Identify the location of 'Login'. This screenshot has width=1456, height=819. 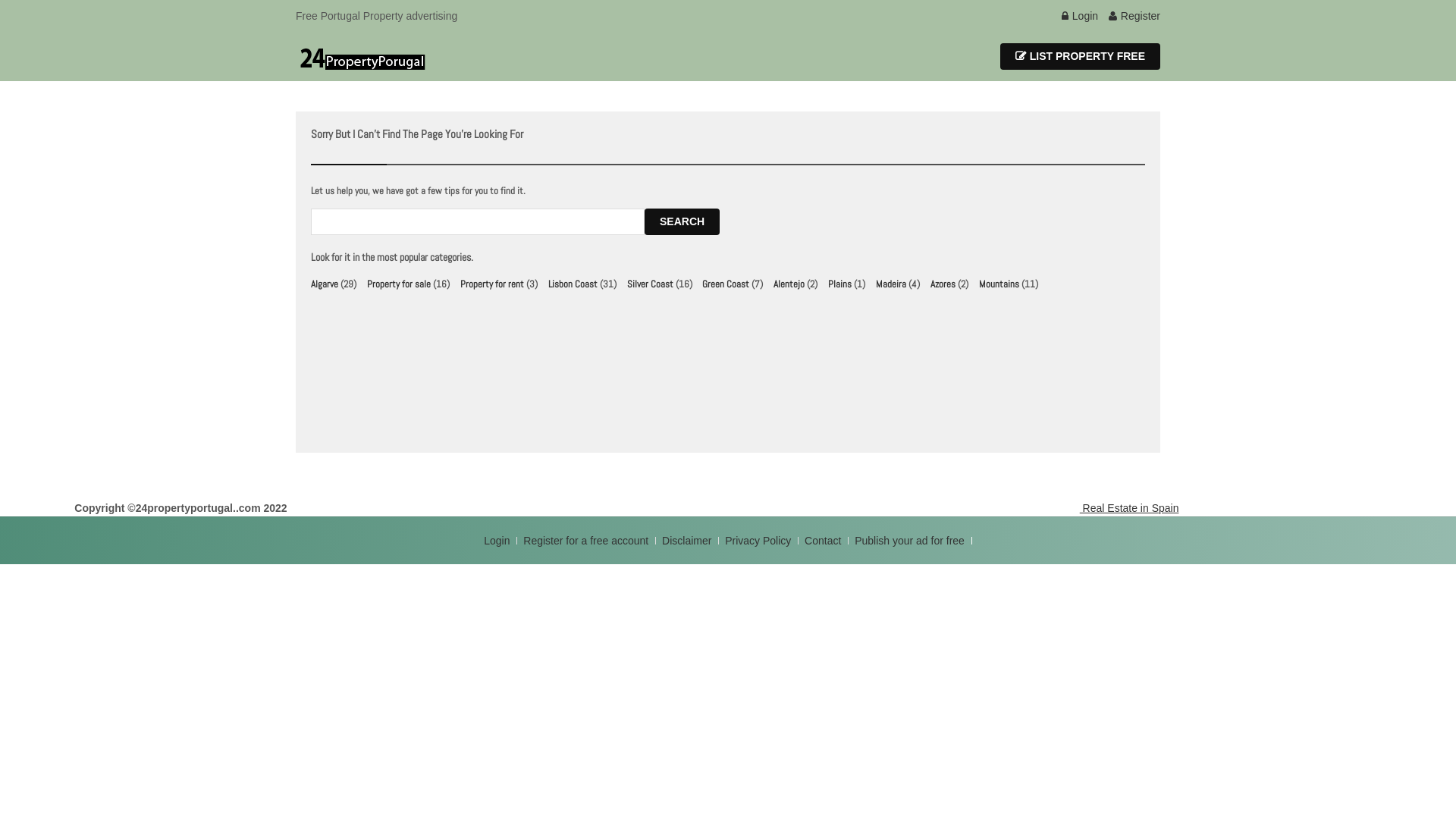
(1061, 15).